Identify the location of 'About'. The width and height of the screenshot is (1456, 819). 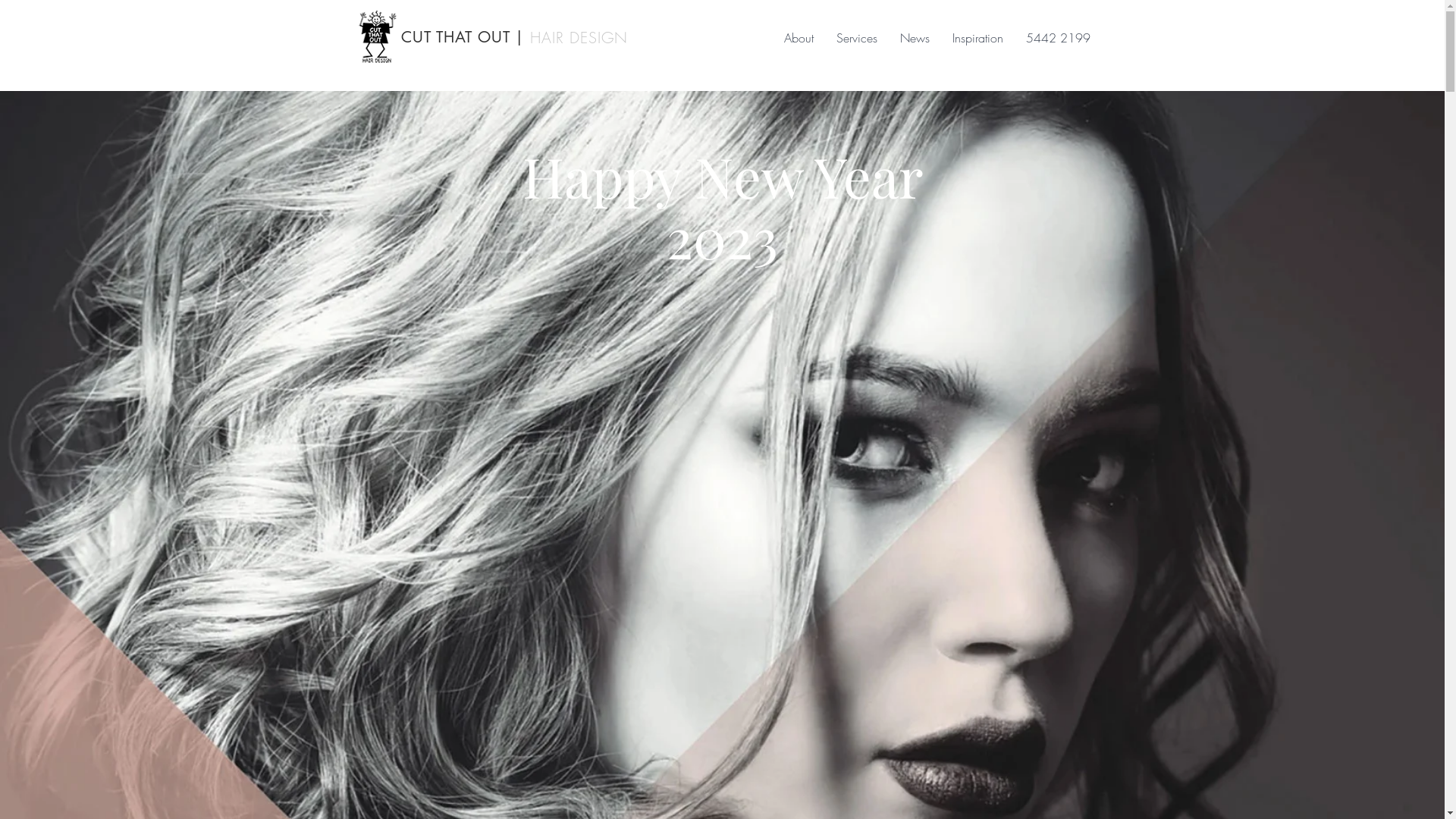
(797, 37).